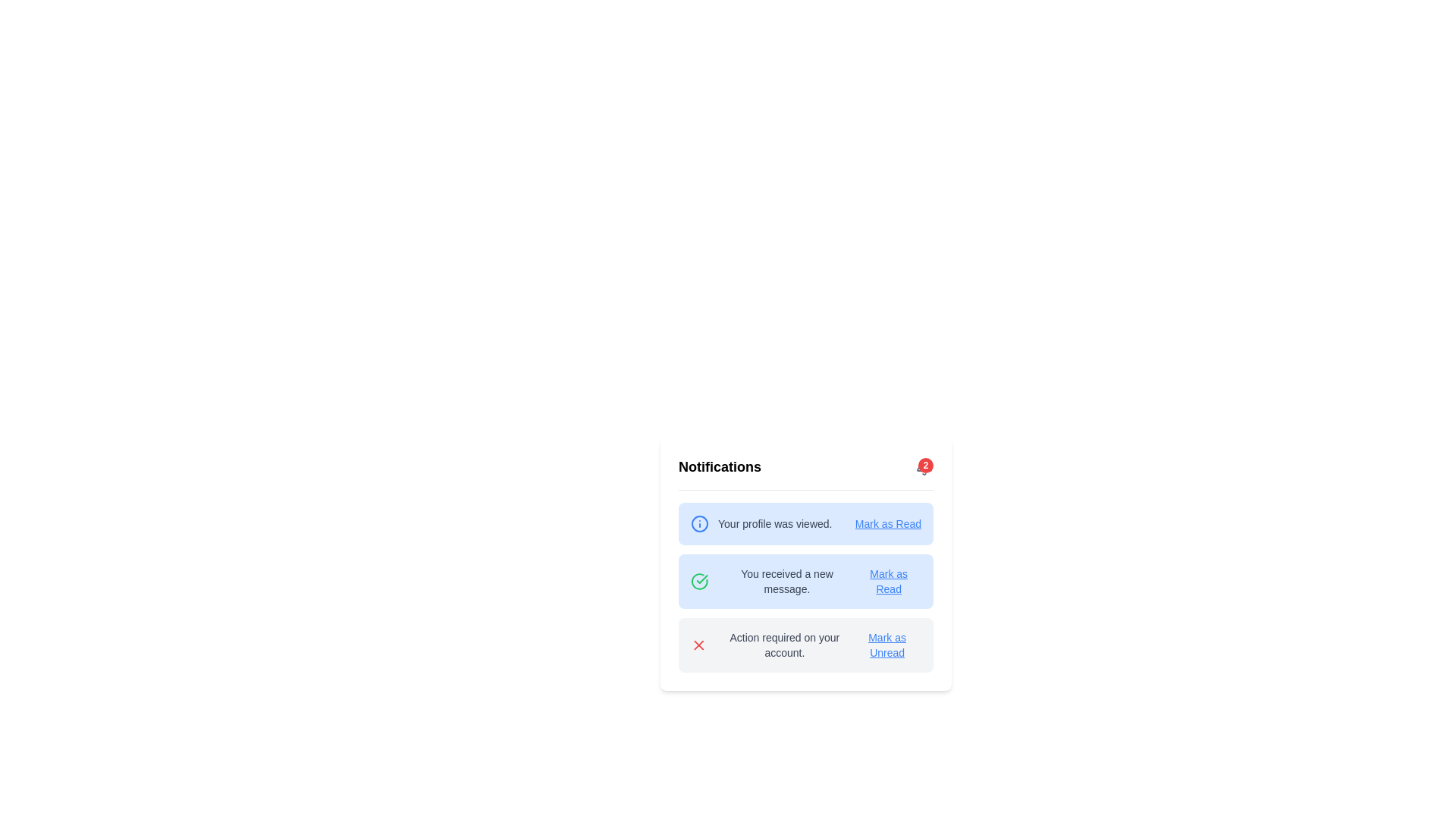 The image size is (1456, 819). I want to click on the middle notification in the notification card that informs the user about a received message, which is accompanied by a 'Mark as Read' link, so click(773, 581).